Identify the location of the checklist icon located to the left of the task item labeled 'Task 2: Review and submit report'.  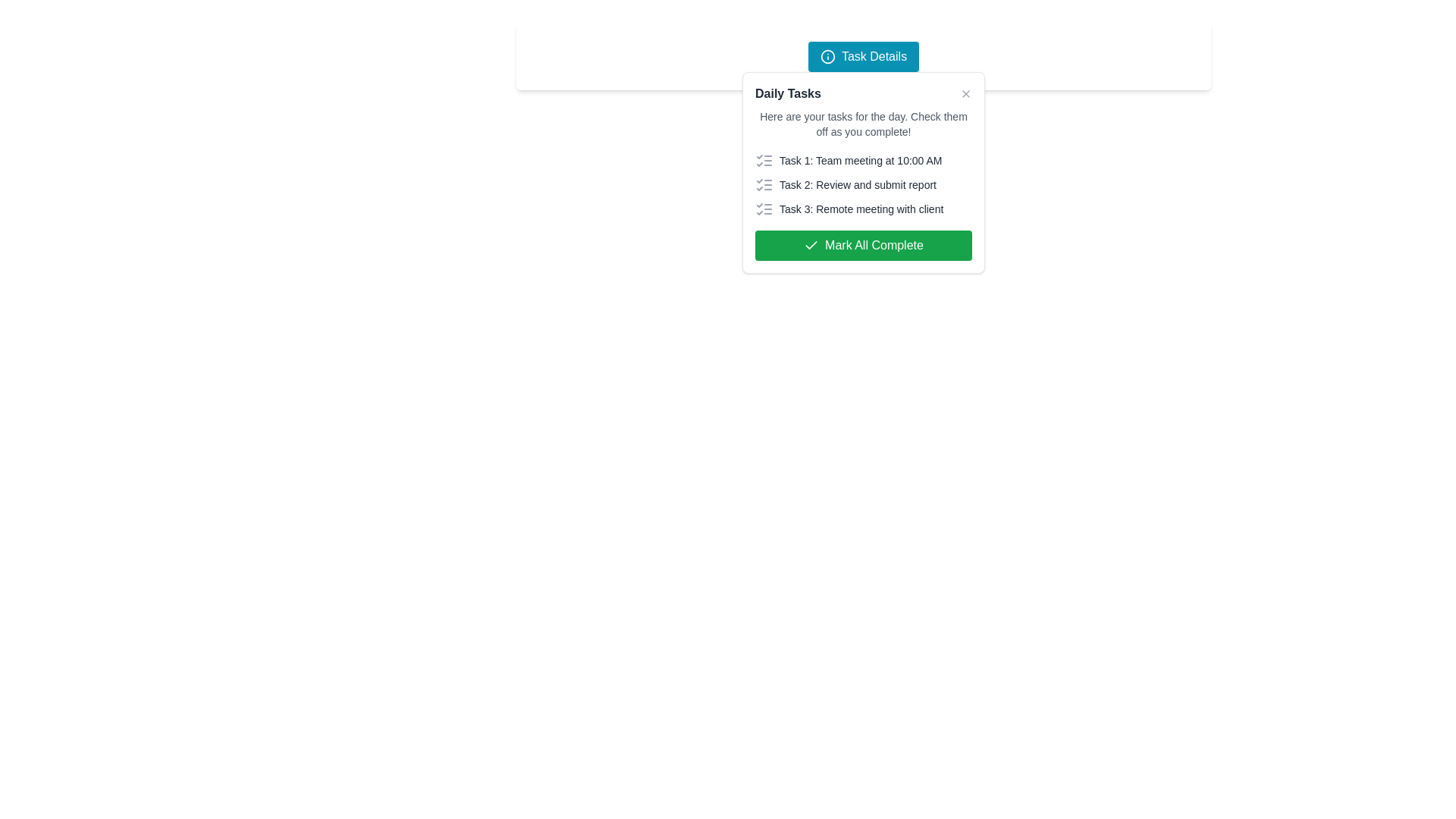
(764, 184).